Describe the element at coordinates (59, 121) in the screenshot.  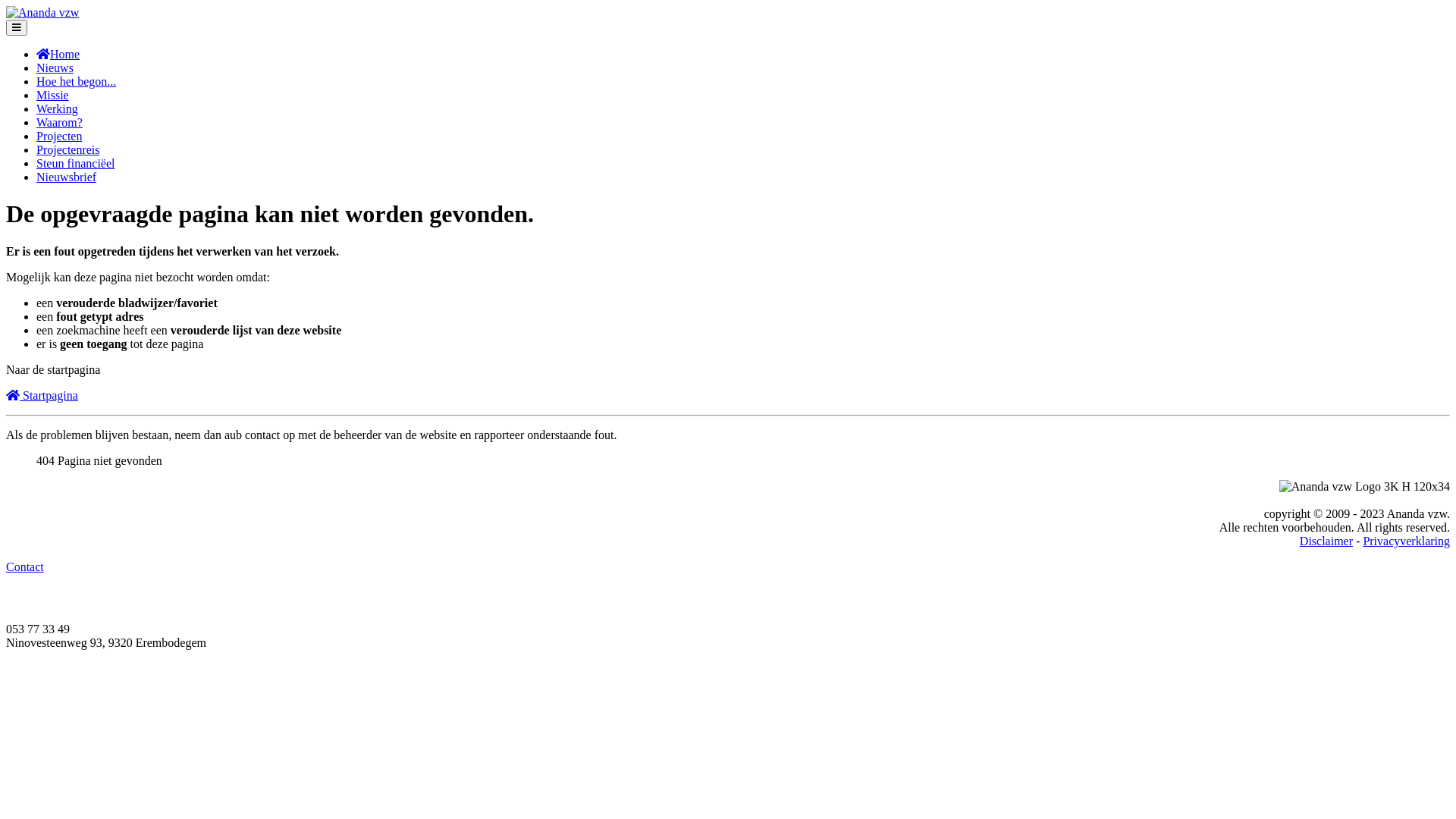
I see `'Waarom?'` at that location.